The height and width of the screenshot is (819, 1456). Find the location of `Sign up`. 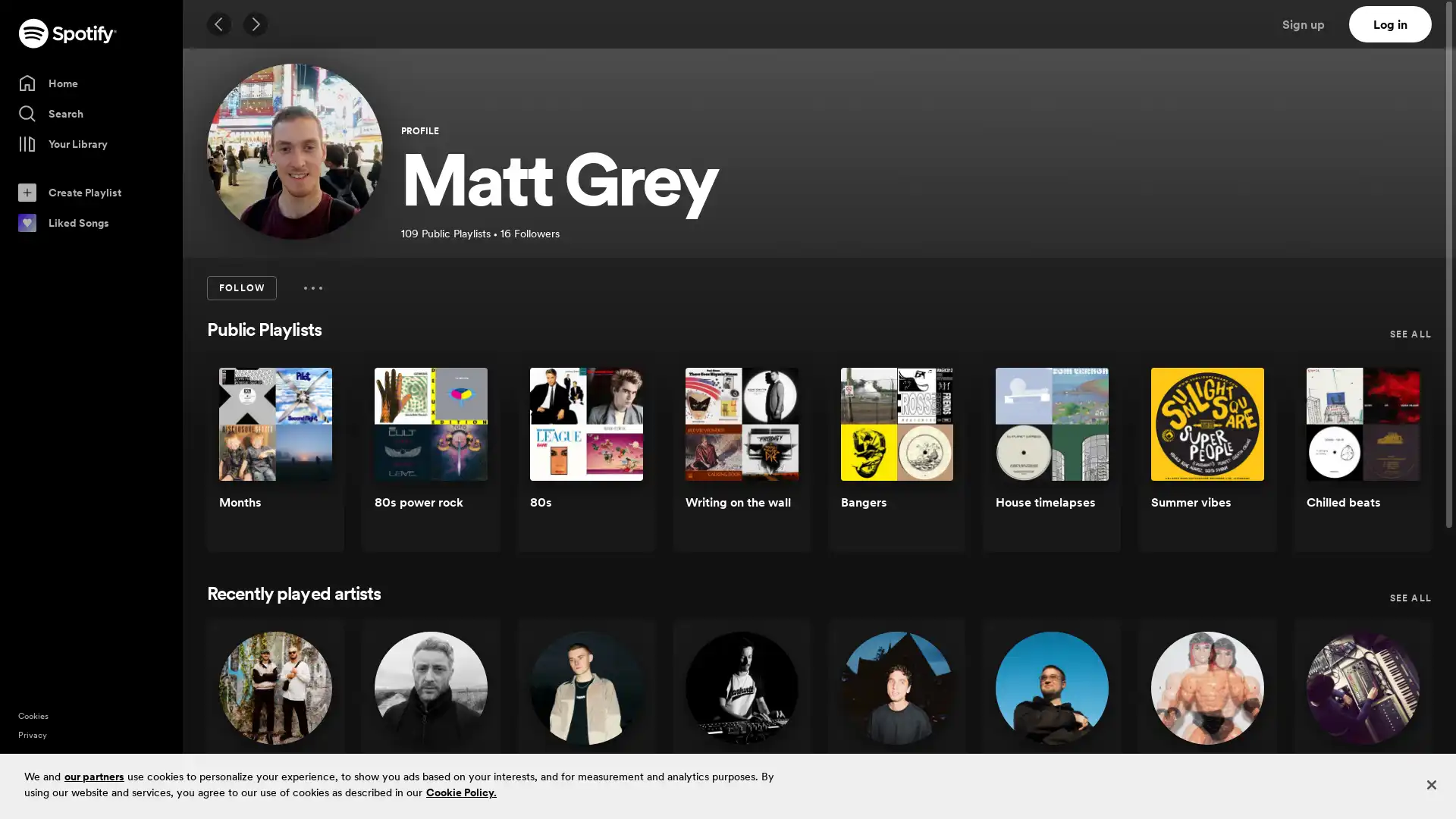

Sign up is located at coordinates (1312, 24).